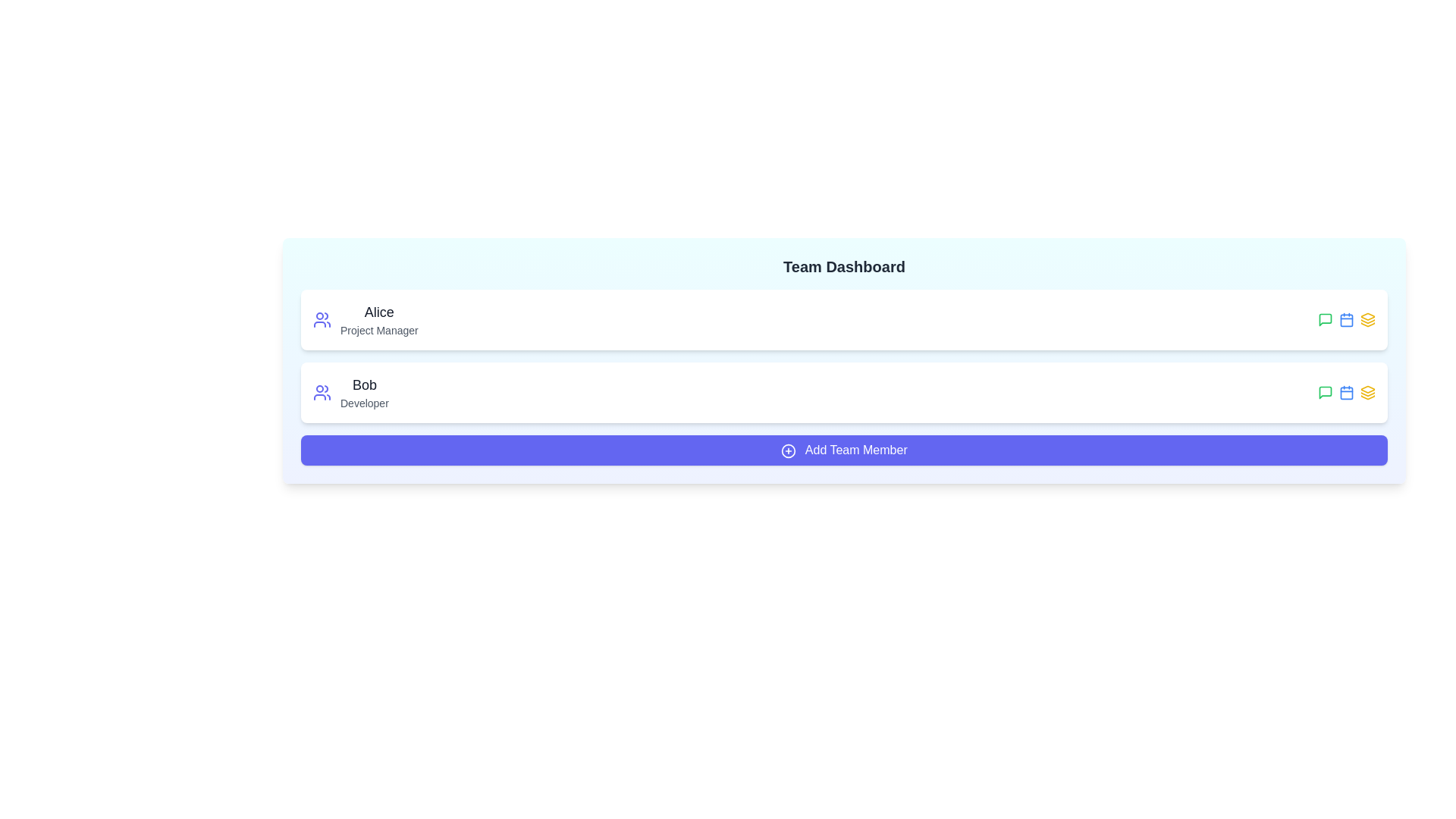  Describe the element at coordinates (1368, 391) in the screenshot. I see `the yellow layered design icon` at that location.